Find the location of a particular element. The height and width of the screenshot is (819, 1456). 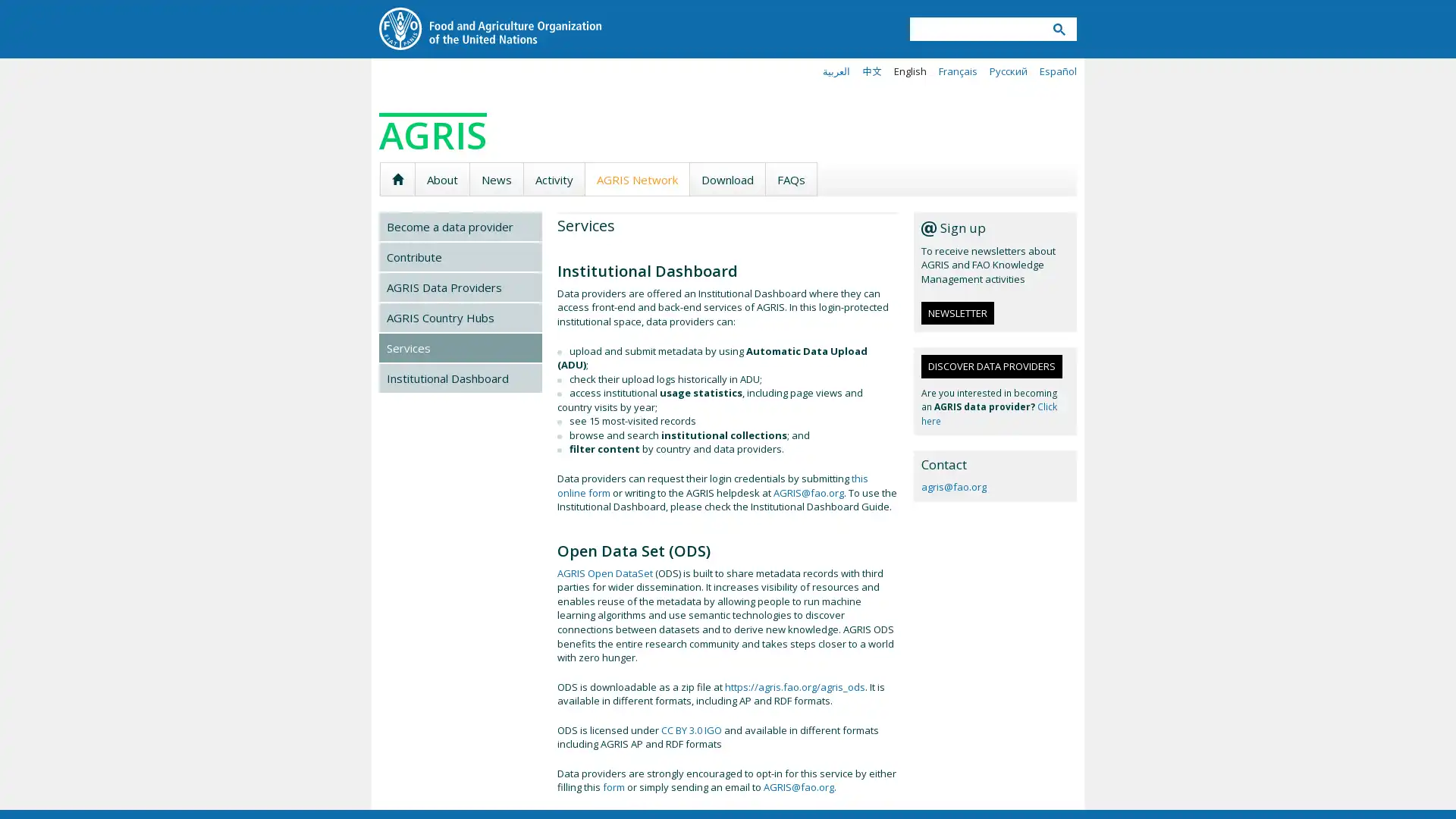

search is located at coordinates (1058, 29).